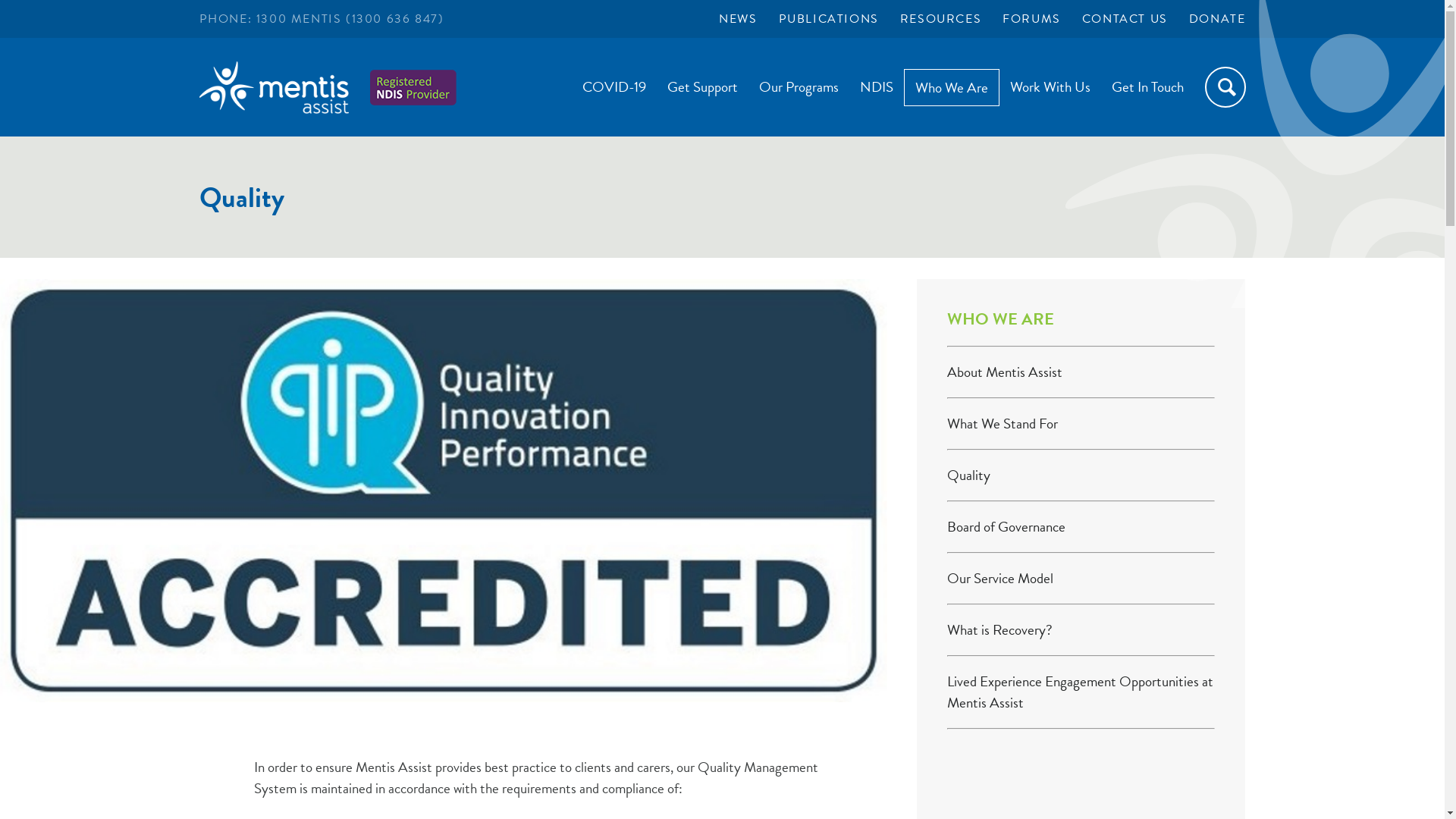 Image resolution: width=1456 pixels, height=819 pixels. Describe the element at coordinates (828, 18) in the screenshot. I see `'PUBLICATIONS'` at that location.